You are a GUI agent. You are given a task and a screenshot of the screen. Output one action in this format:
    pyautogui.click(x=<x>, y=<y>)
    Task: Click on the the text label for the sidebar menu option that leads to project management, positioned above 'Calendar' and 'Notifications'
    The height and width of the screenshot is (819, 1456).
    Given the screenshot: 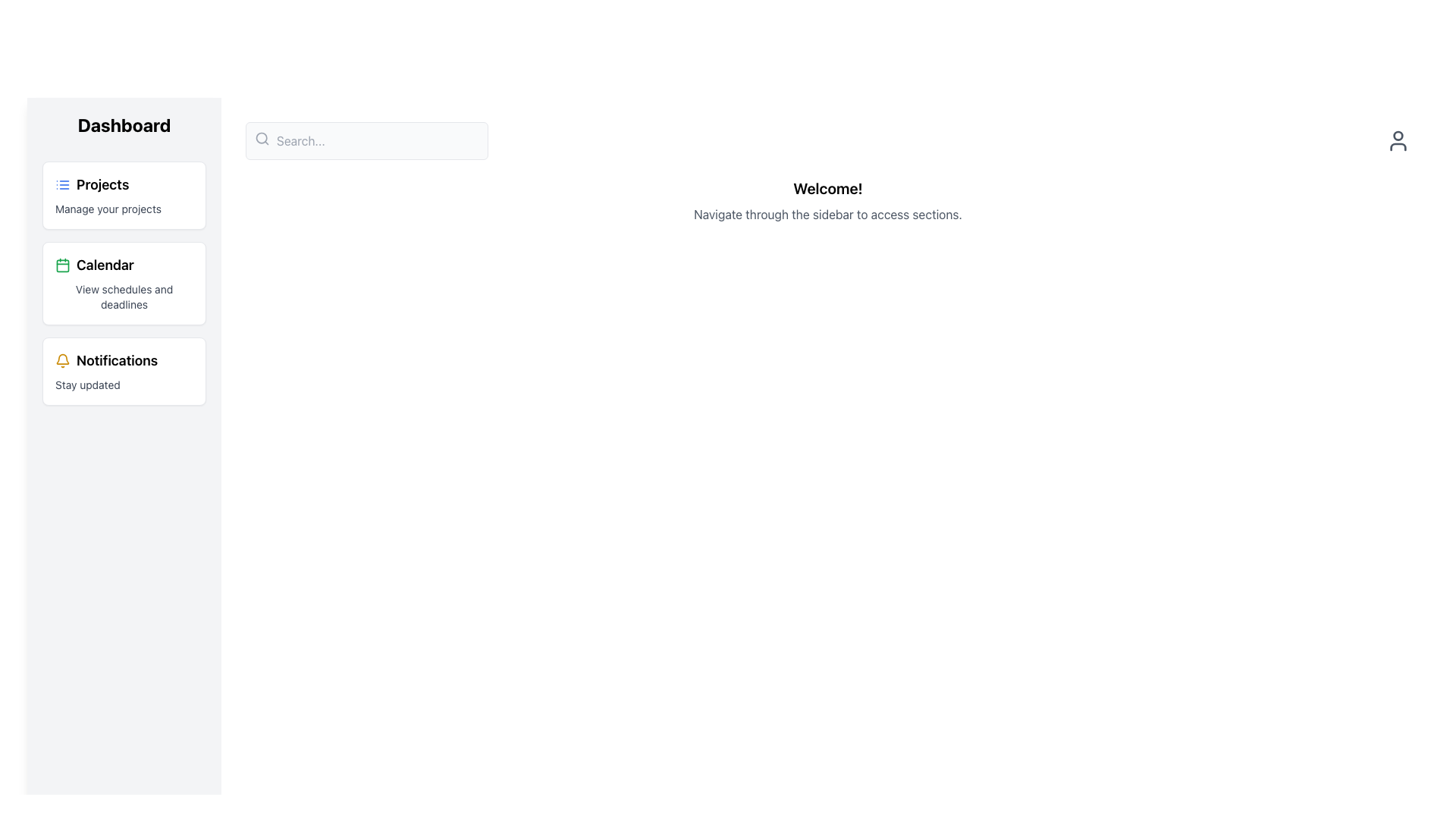 What is the action you would take?
    pyautogui.click(x=102, y=184)
    